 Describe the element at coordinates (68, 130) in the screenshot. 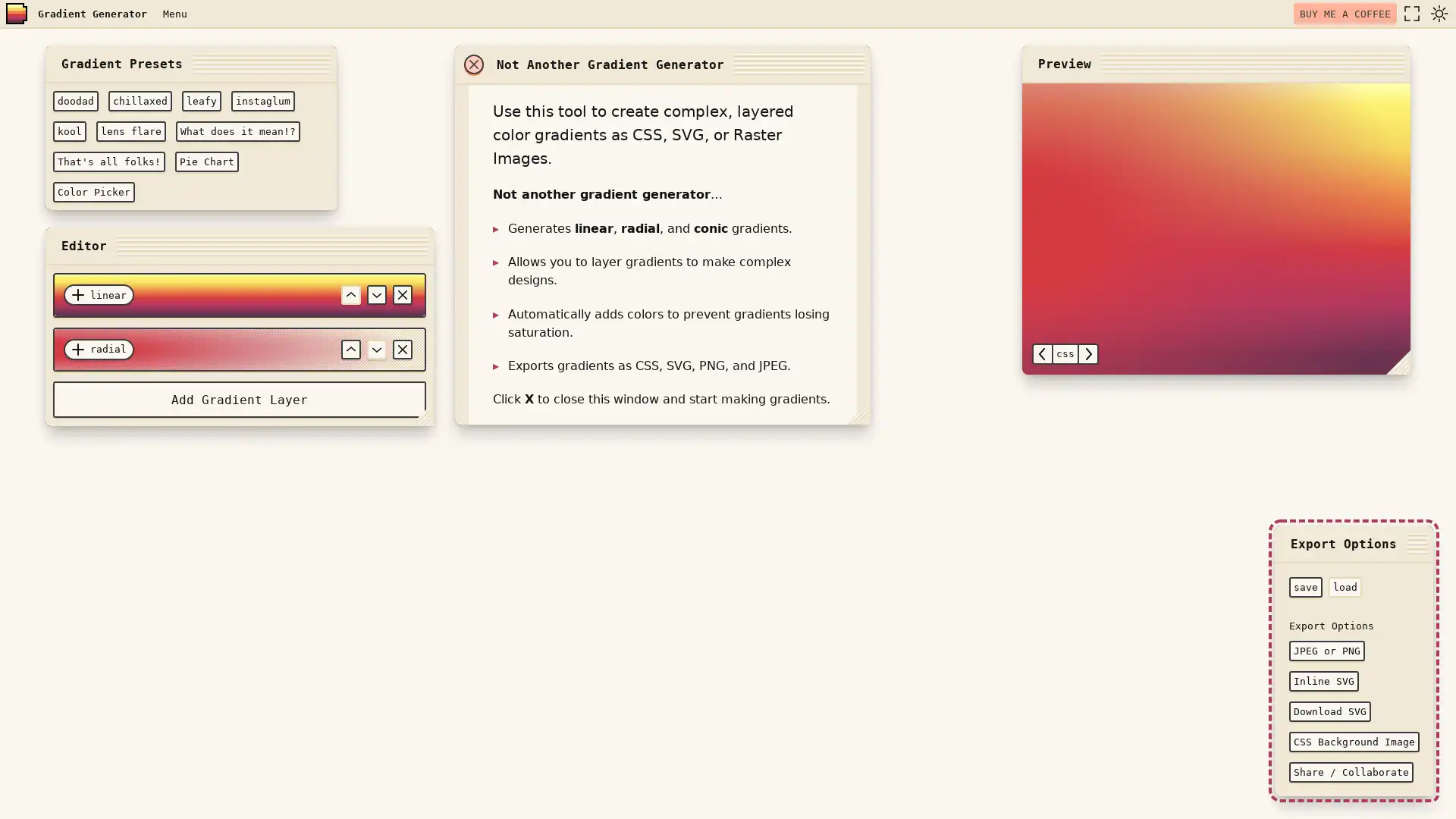

I see `kool` at that location.